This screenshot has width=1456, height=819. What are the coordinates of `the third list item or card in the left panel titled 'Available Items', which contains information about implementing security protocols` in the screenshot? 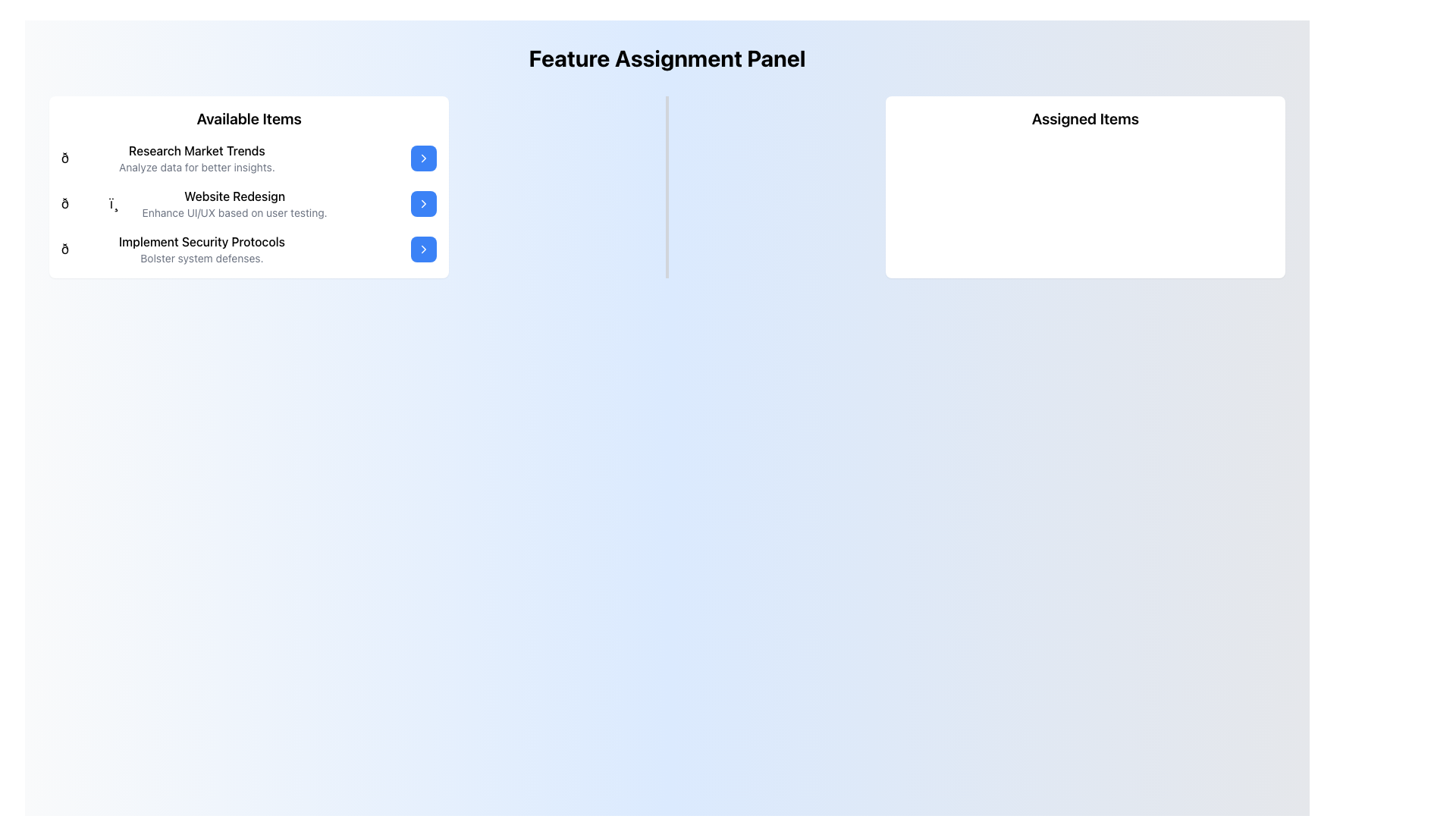 It's located at (173, 248).